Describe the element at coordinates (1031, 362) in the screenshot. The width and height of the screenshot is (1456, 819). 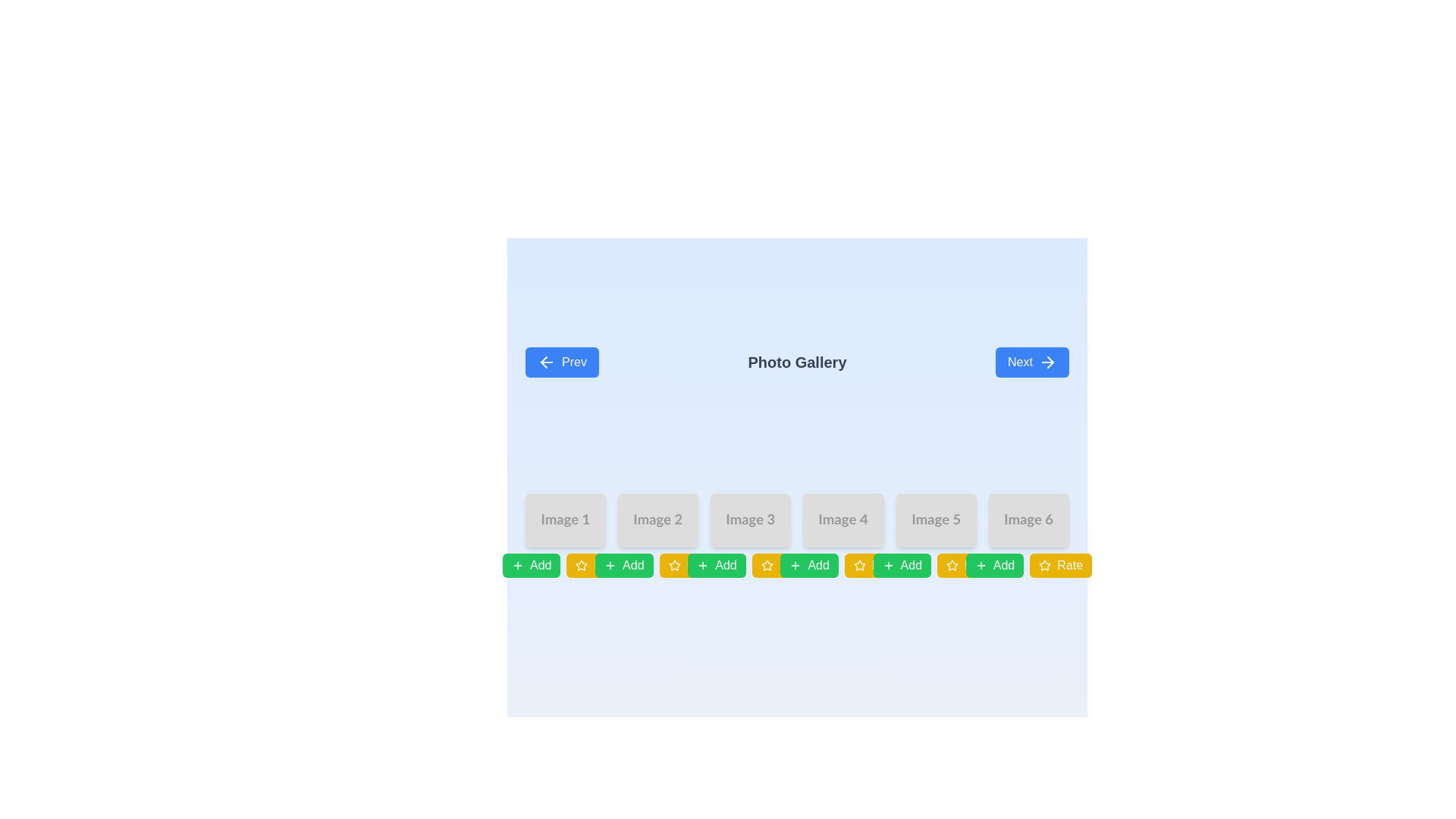
I see `the 'Next' button, which is a rectangular button with a blue background and a 'Next' label` at that location.